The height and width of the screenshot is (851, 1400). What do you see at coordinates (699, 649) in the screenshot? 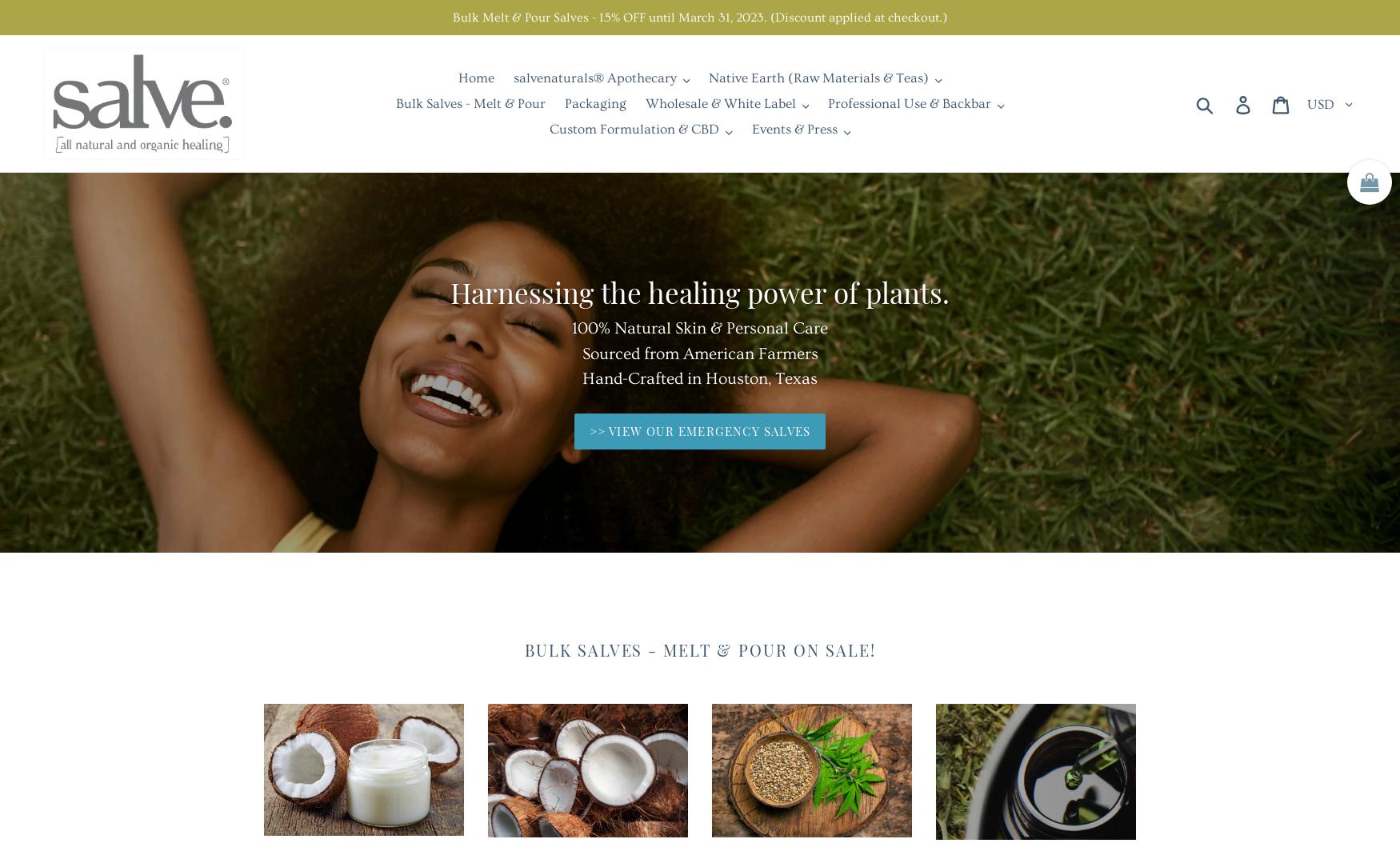
I see `'BULK SALVES - MELT & POUR      ON SALE!'` at bounding box center [699, 649].